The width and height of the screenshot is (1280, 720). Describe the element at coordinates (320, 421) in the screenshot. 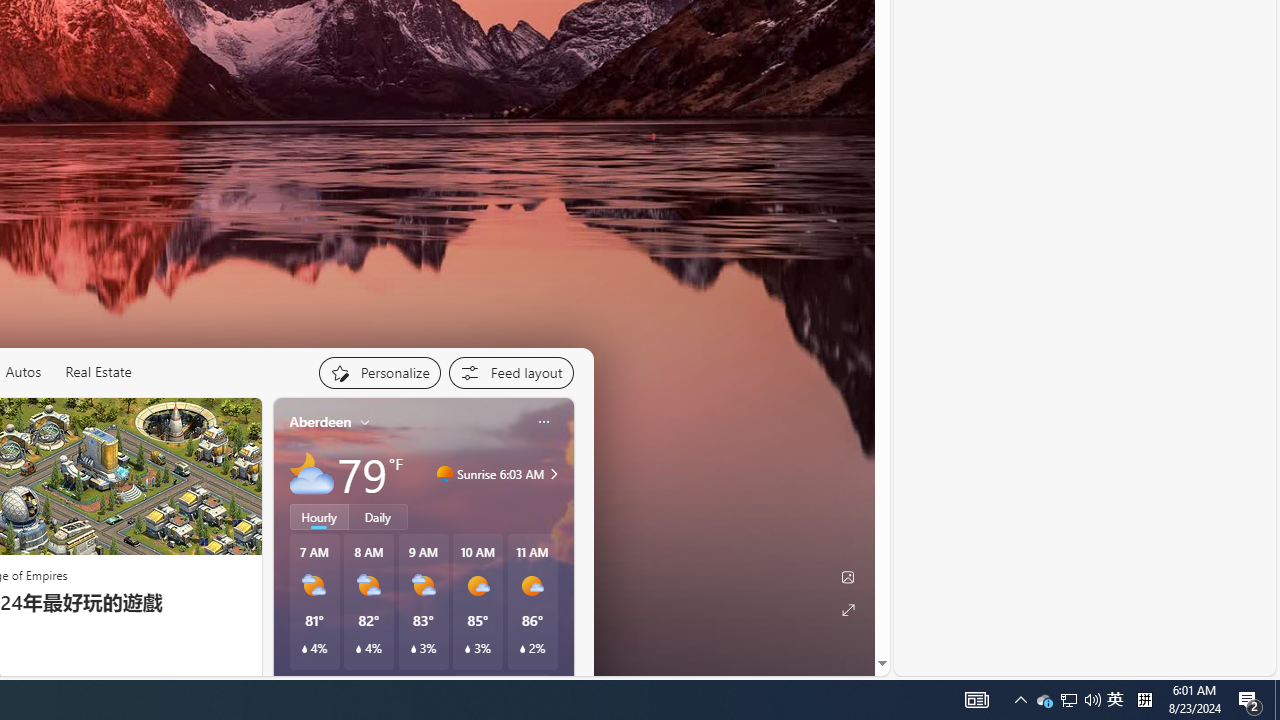

I see `'Aberdeen'` at that location.